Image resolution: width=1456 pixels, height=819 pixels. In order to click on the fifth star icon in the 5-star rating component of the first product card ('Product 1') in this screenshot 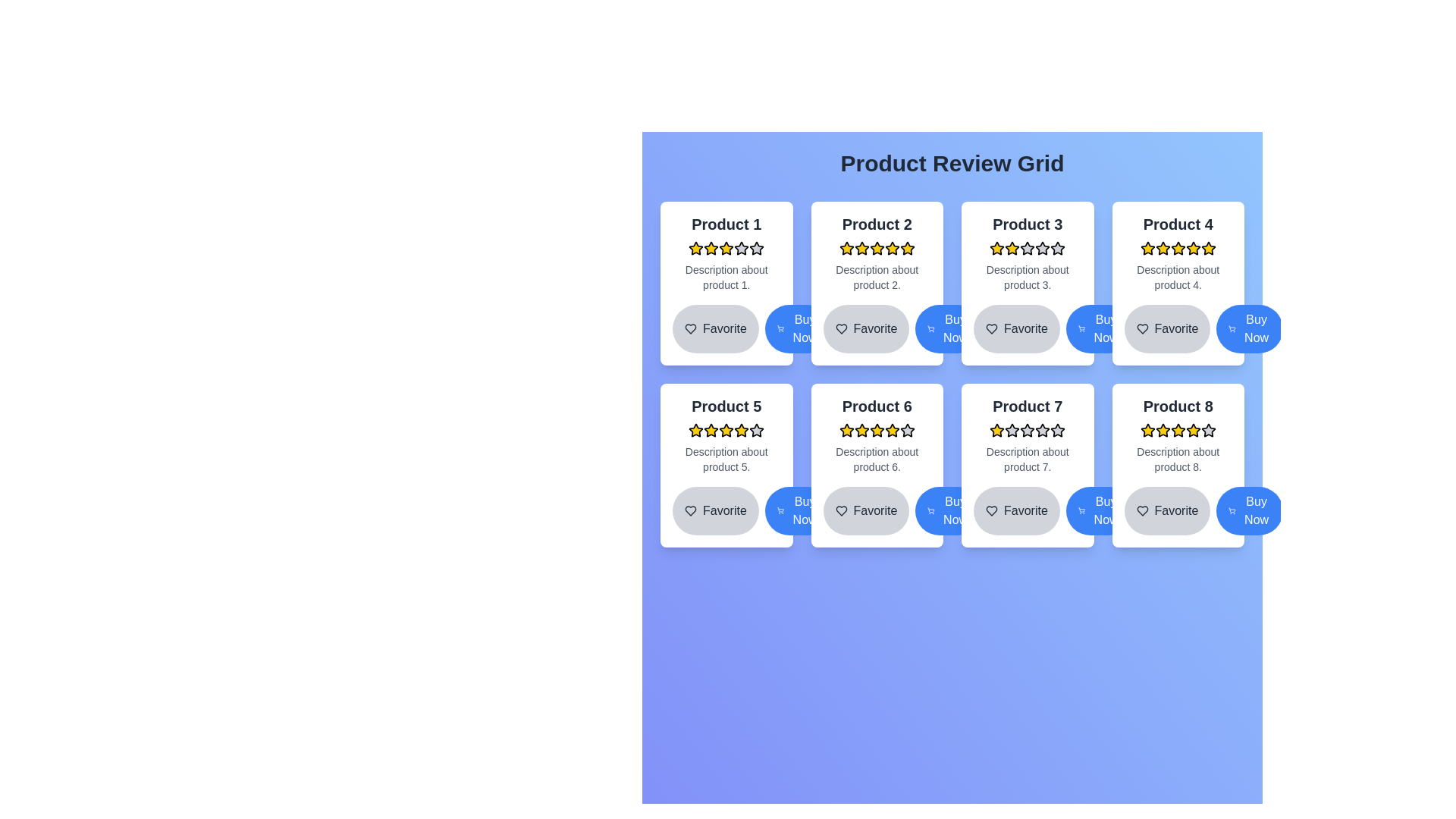, I will do `click(742, 247)`.